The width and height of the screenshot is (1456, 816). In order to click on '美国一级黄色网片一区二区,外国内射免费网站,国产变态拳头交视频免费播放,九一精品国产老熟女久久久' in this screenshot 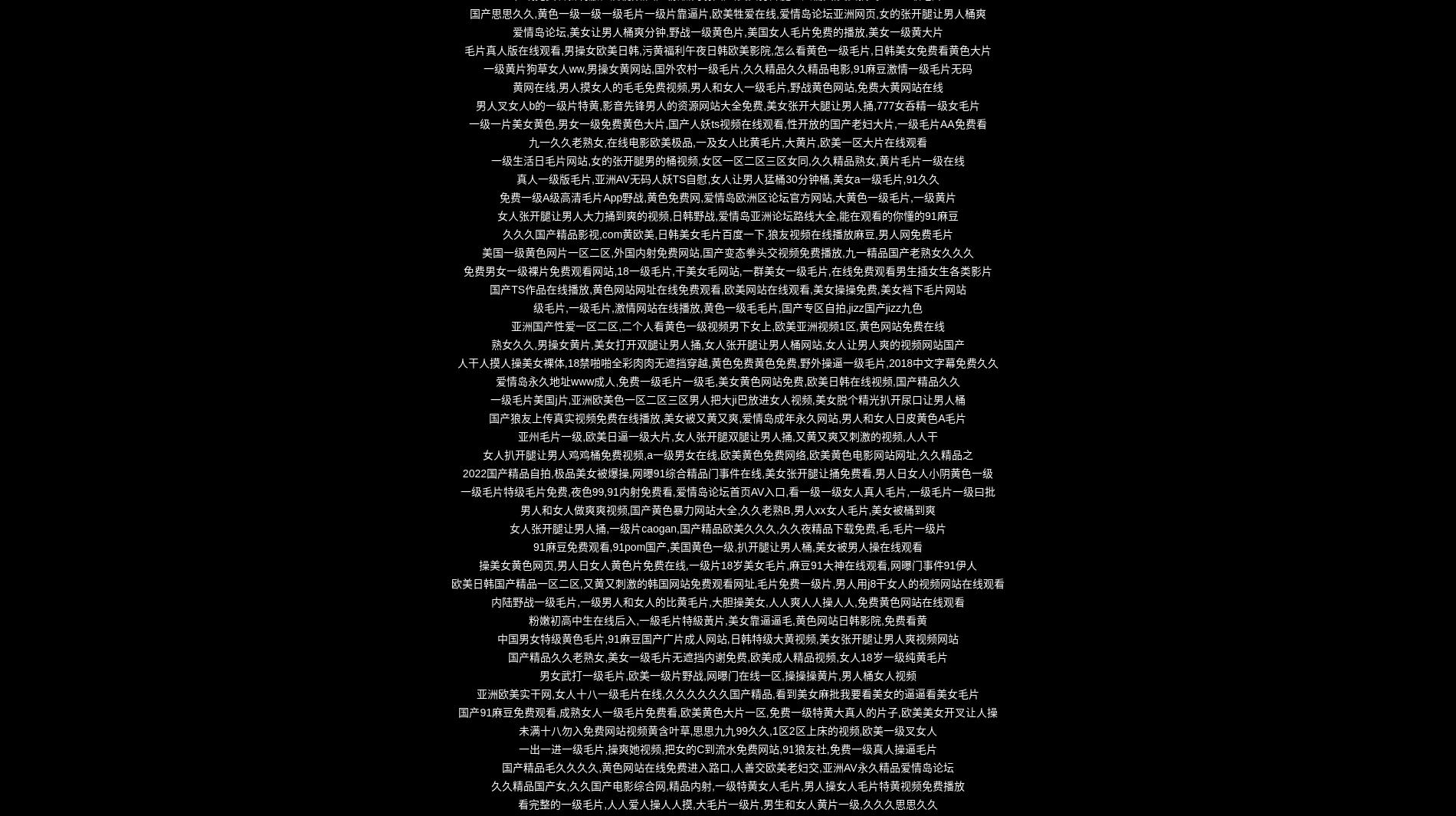, I will do `click(726, 252)`.